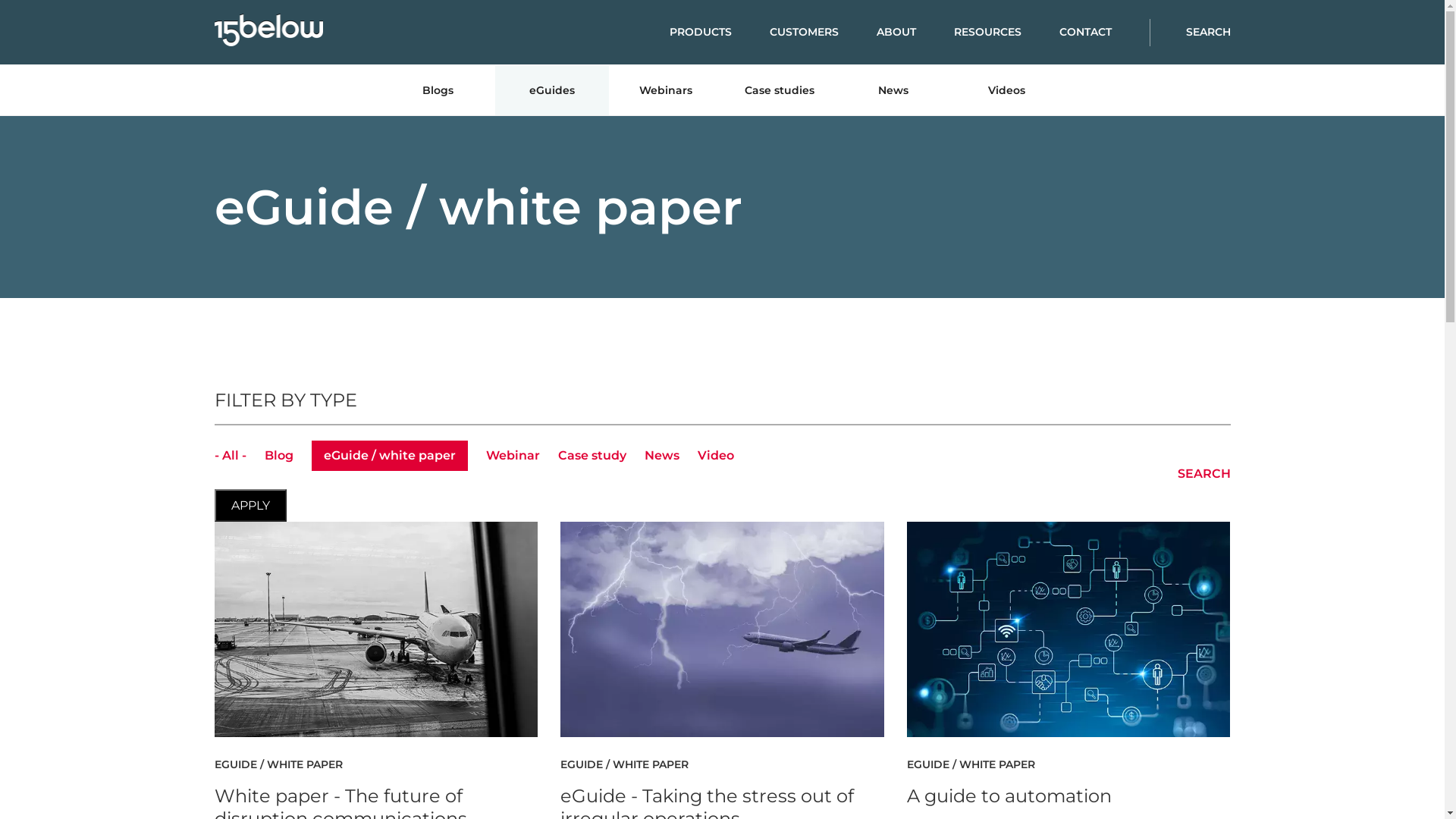  I want to click on 'Case studies', so click(779, 90).